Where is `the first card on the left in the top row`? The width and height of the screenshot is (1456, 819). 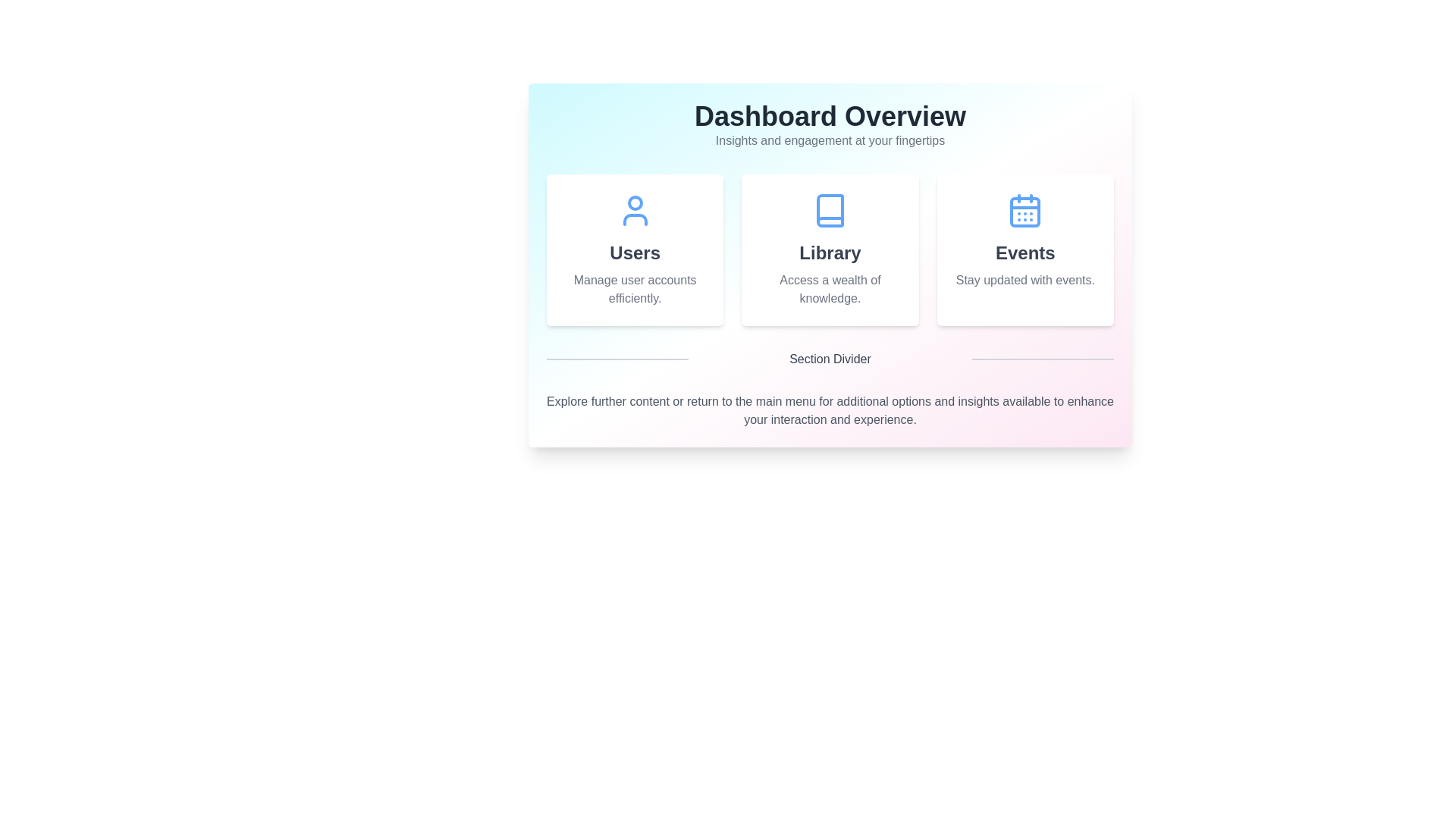 the first card on the left in the top row is located at coordinates (635, 249).